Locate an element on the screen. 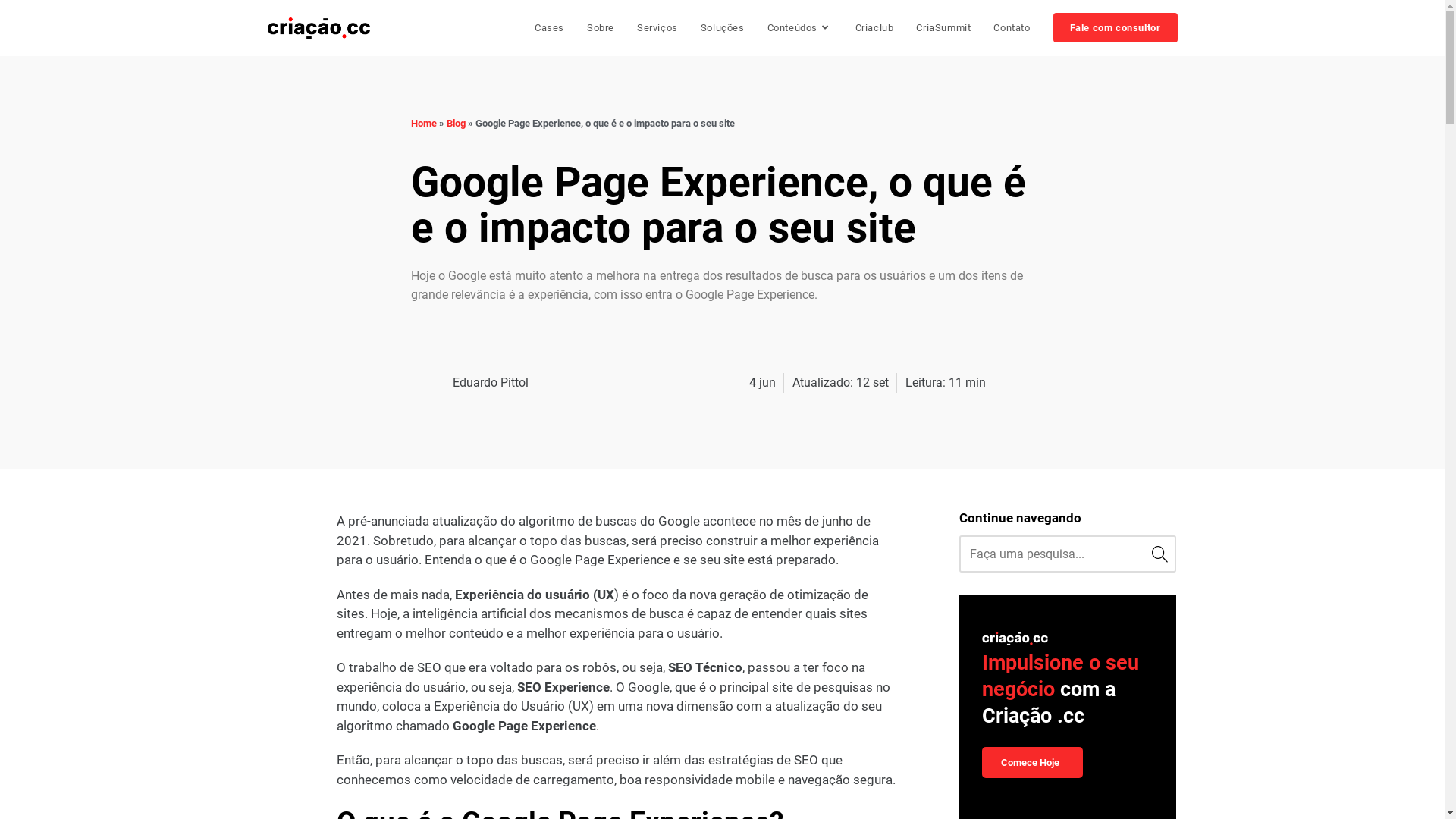  'Comece Hoje' is located at coordinates (1031, 762).